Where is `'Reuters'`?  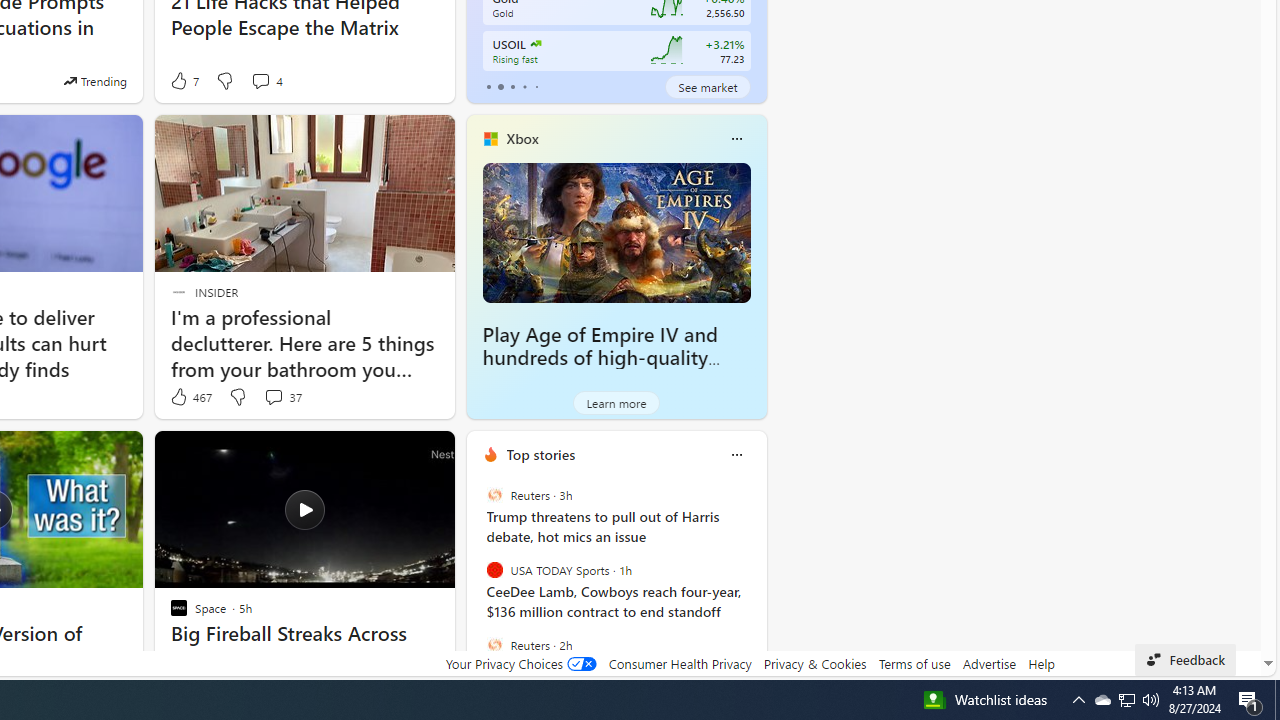
'Reuters' is located at coordinates (494, 644).